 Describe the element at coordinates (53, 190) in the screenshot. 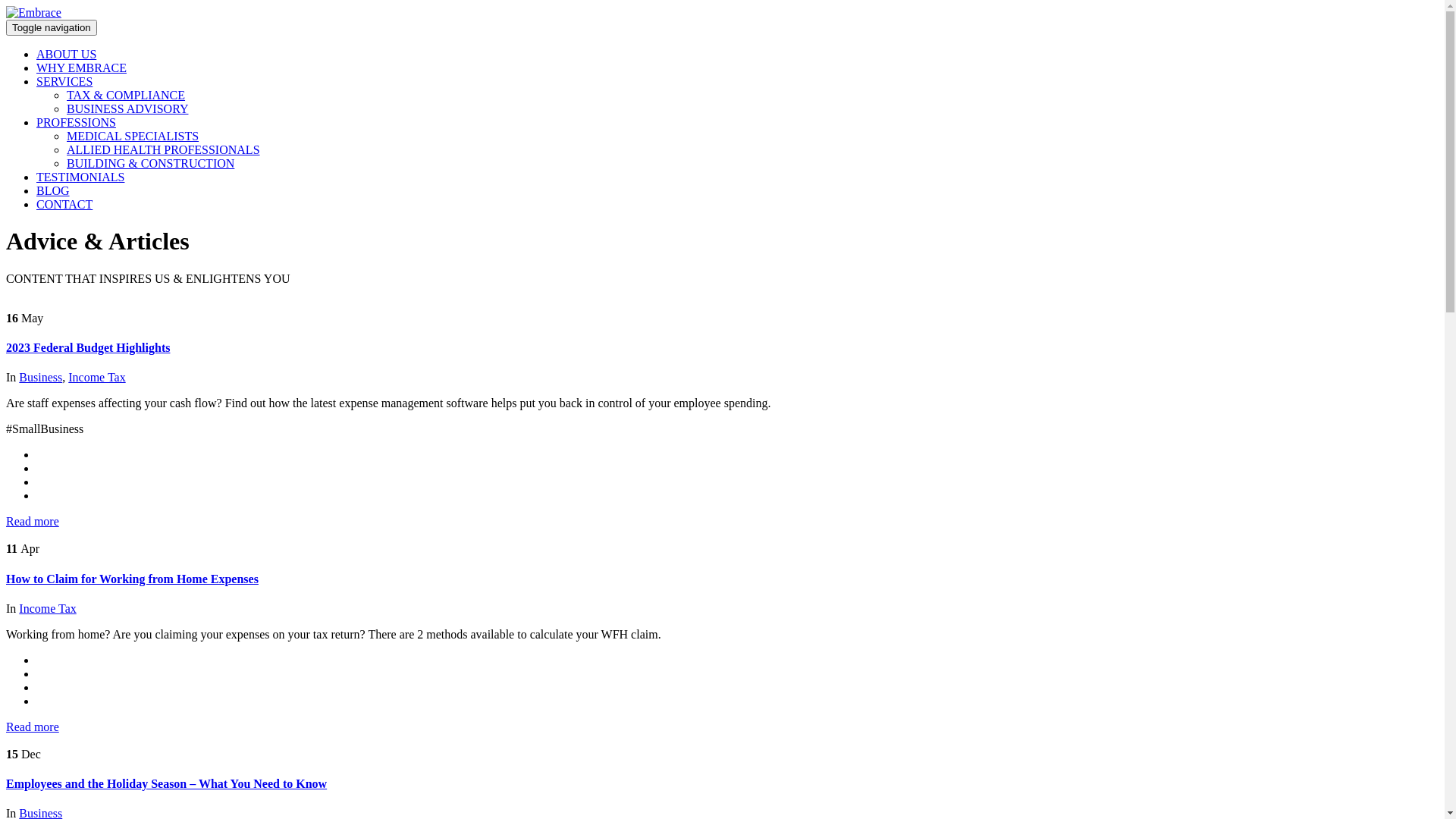

I see `'BLOG'` at that location.